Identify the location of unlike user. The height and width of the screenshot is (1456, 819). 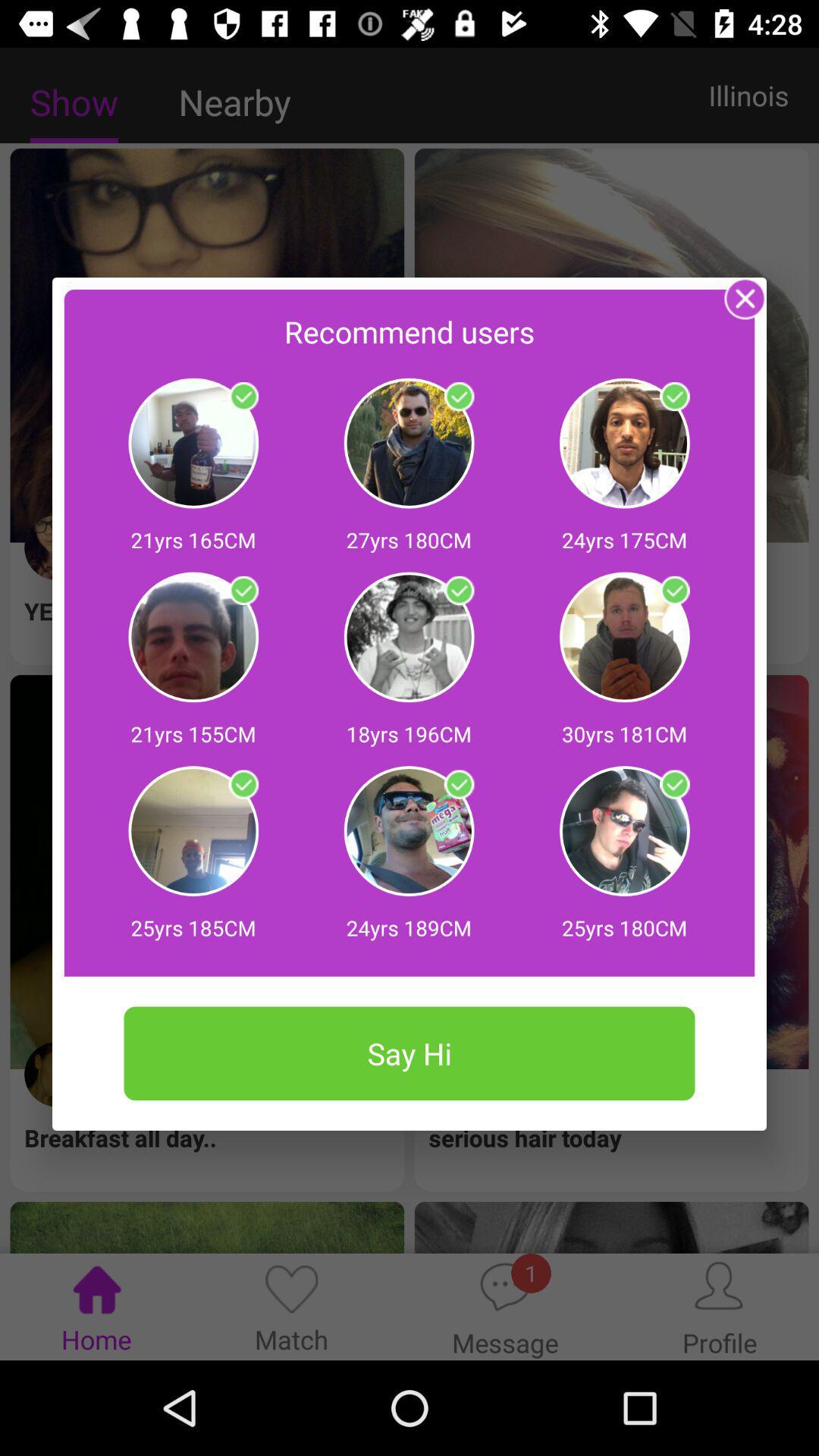
(673, 590).